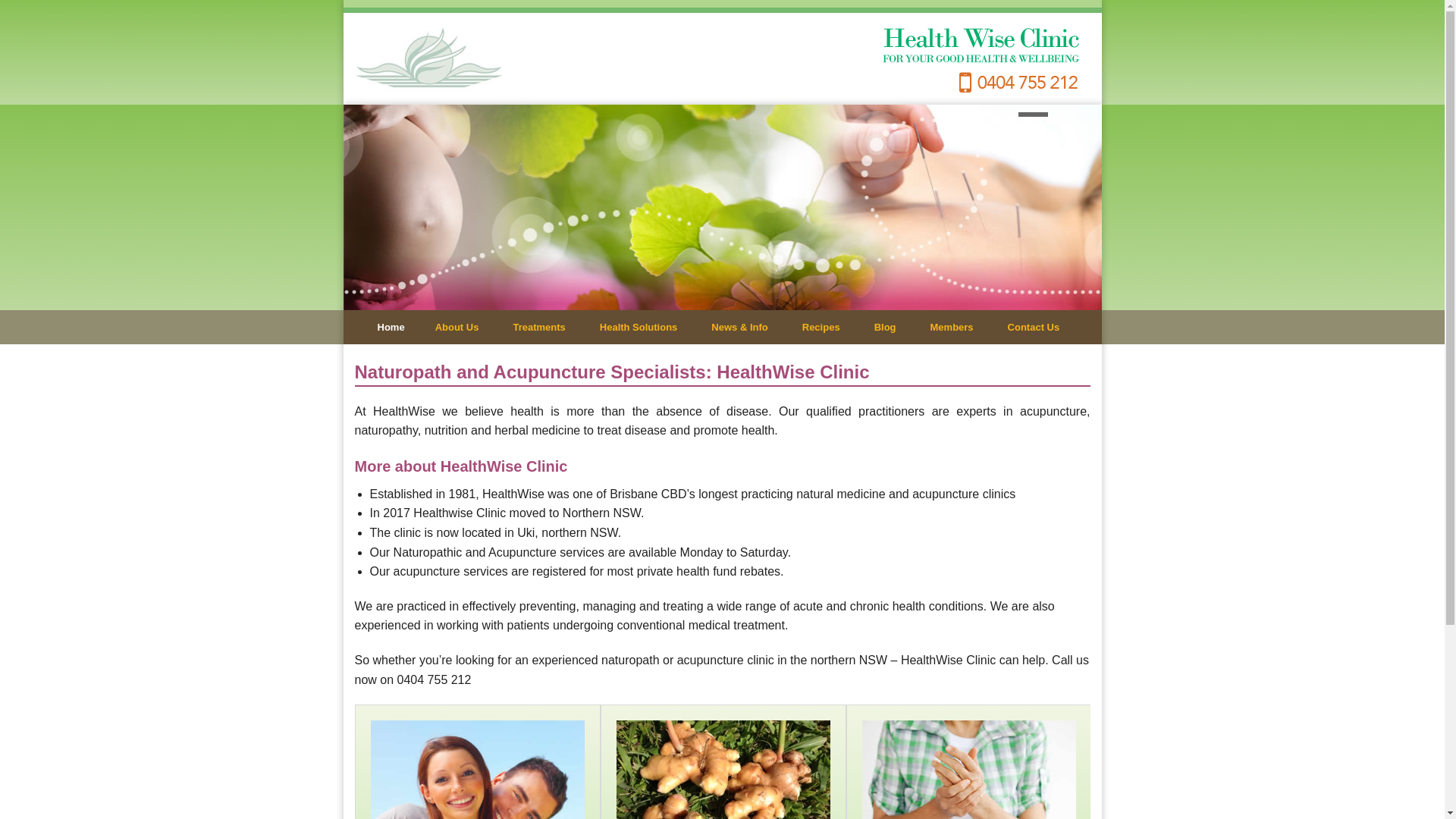 The image size is (1456, 819). What do you see at coordinates (394, 326) in the screenshot?
I see `'Home'` at bounding box center [394, 326].